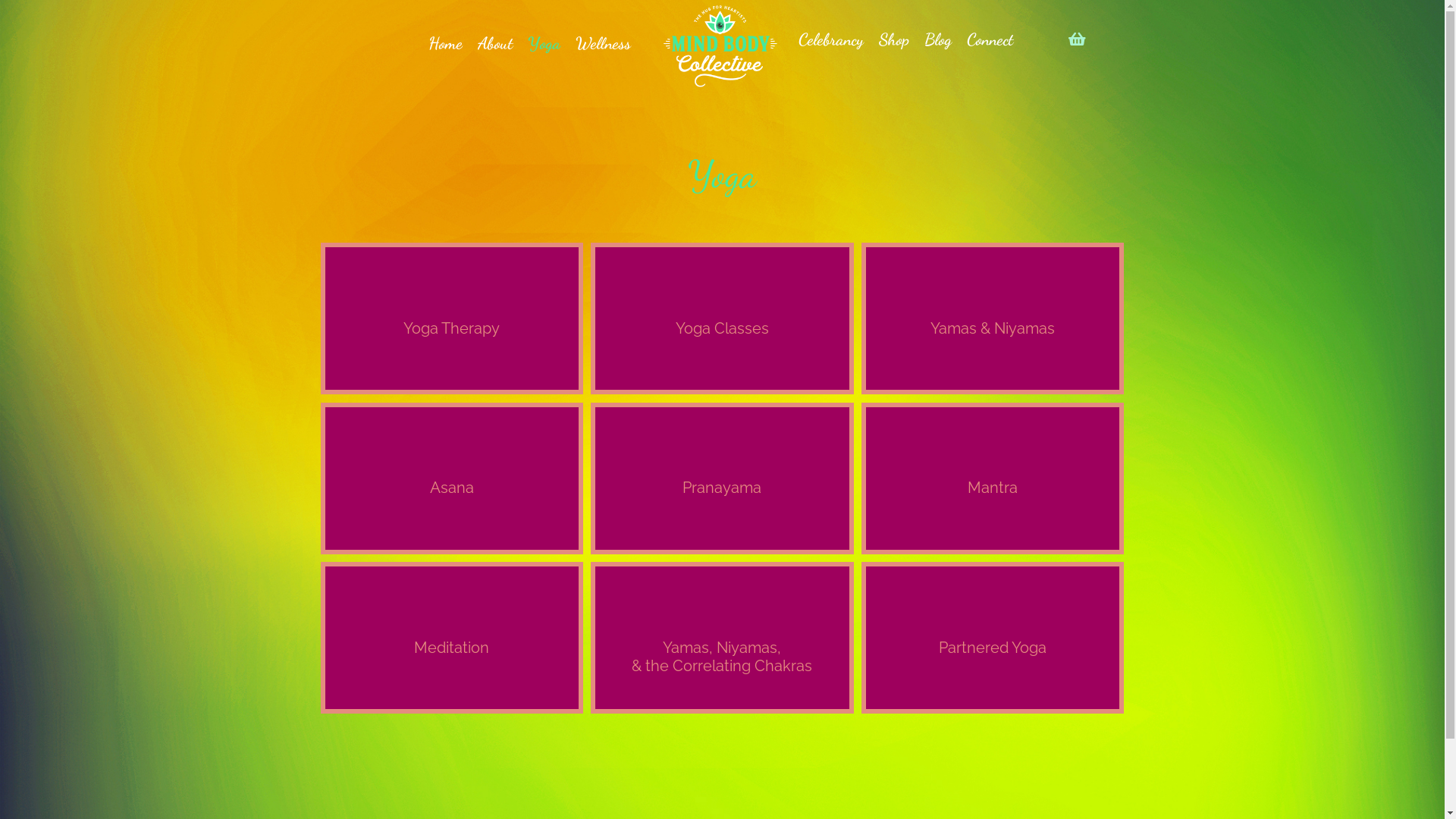  What do you see at coordinates (566, 42) in the screenshot?
I see `'Wellness'` at bounding box center [566, 42].